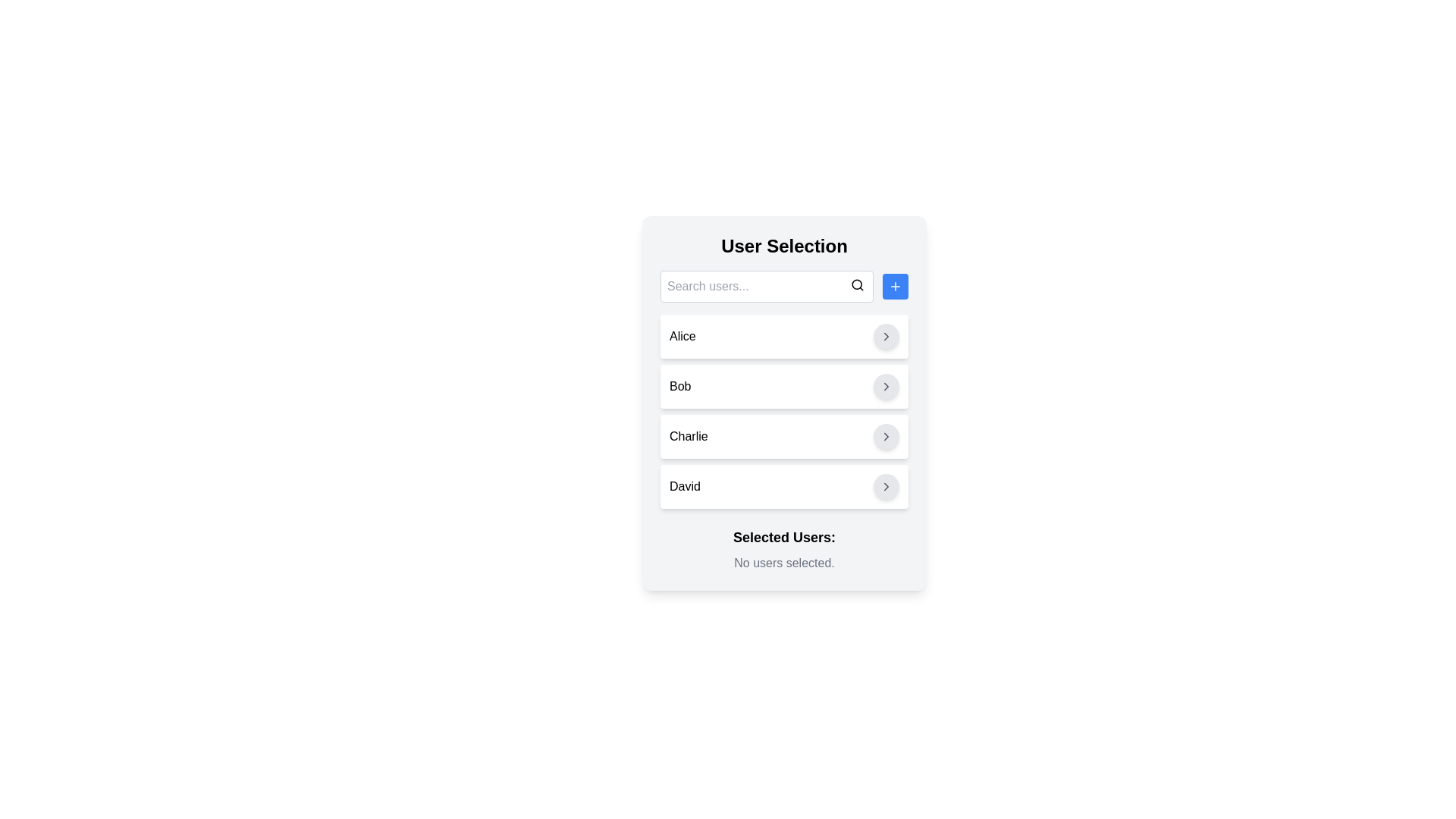 Image resolution: width=1456 pixels, height=819 pixels. Describe the element at coordinates (857, 284) in the screenshot. I see `the Graphical Circle Component, which is part of the search icon representing the lens of a magnifying glass, located near the top-right corner of its section adjacent to the search input field` at that location.